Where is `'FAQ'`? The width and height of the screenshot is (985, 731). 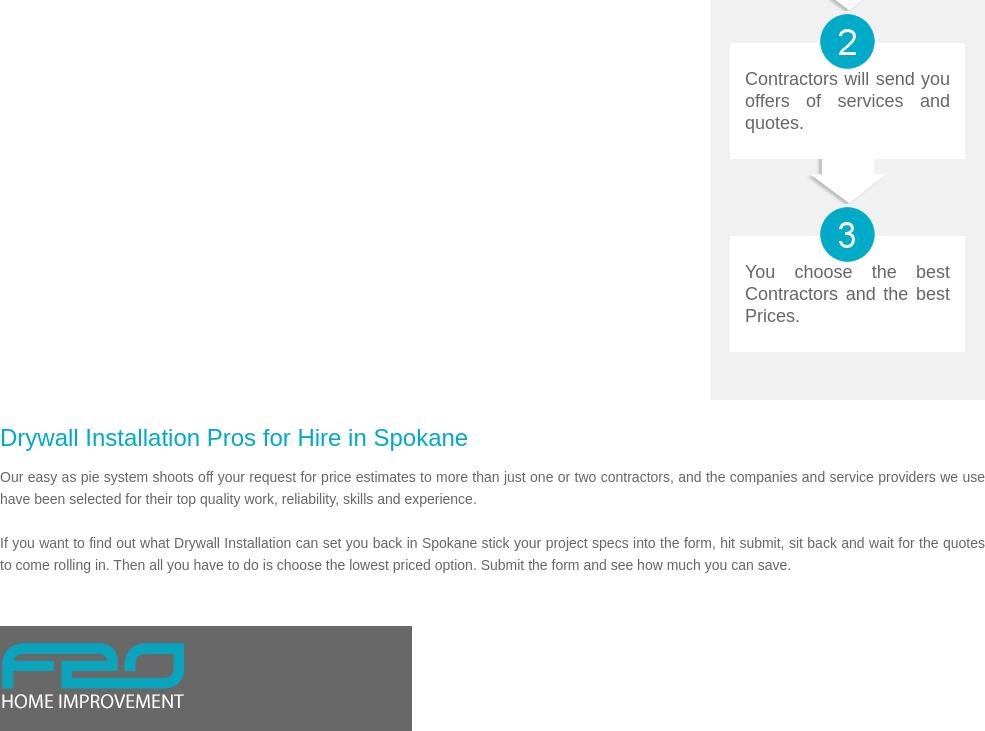
'FAQ' is located at coordinates (759, 660).